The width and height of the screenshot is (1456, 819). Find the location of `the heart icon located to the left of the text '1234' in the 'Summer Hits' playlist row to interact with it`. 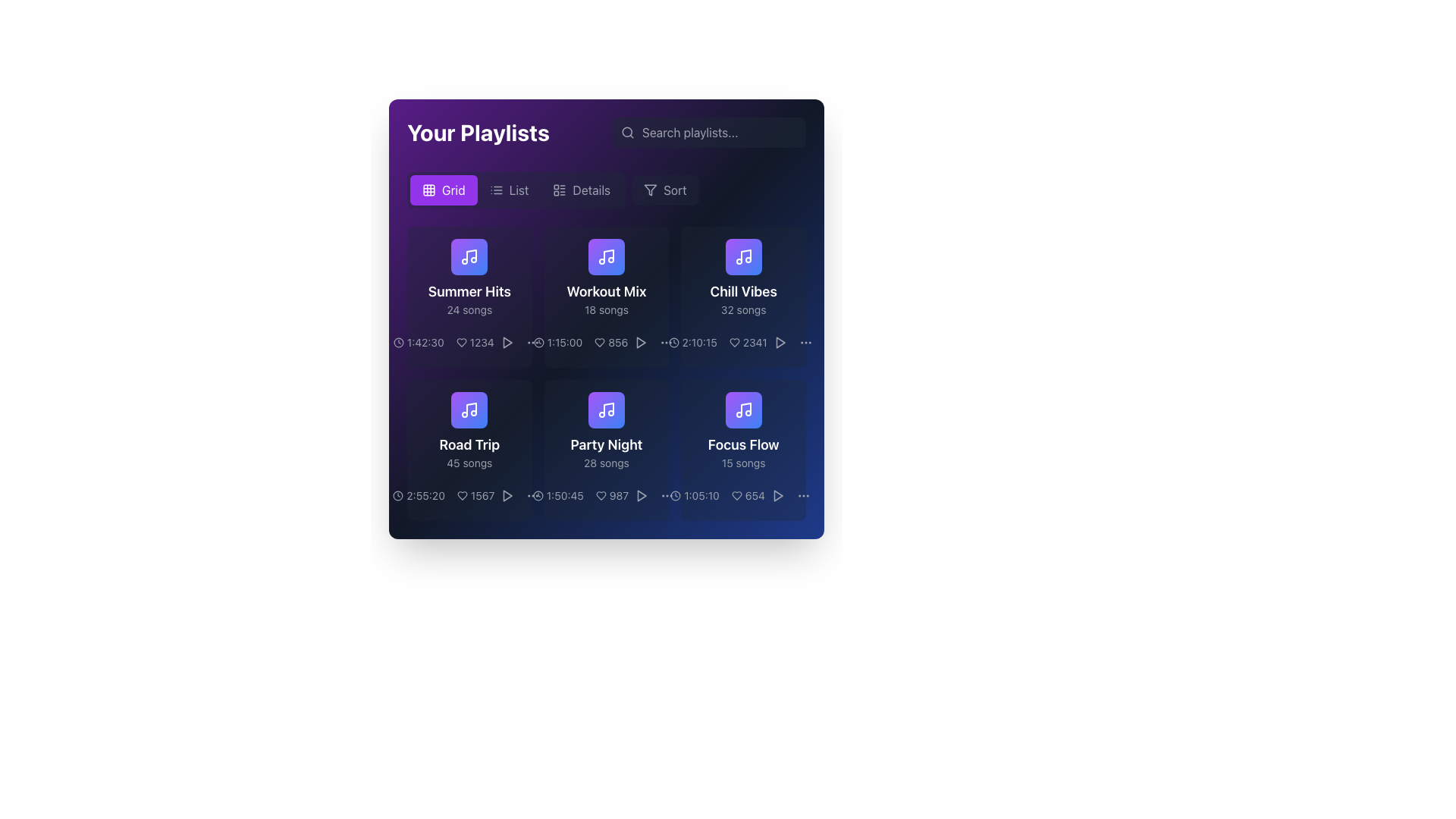

the heart icon located to the left of the text '1234' in the 'Summer Hits' playlist row to interact with it is located at coordinates (460, 342).